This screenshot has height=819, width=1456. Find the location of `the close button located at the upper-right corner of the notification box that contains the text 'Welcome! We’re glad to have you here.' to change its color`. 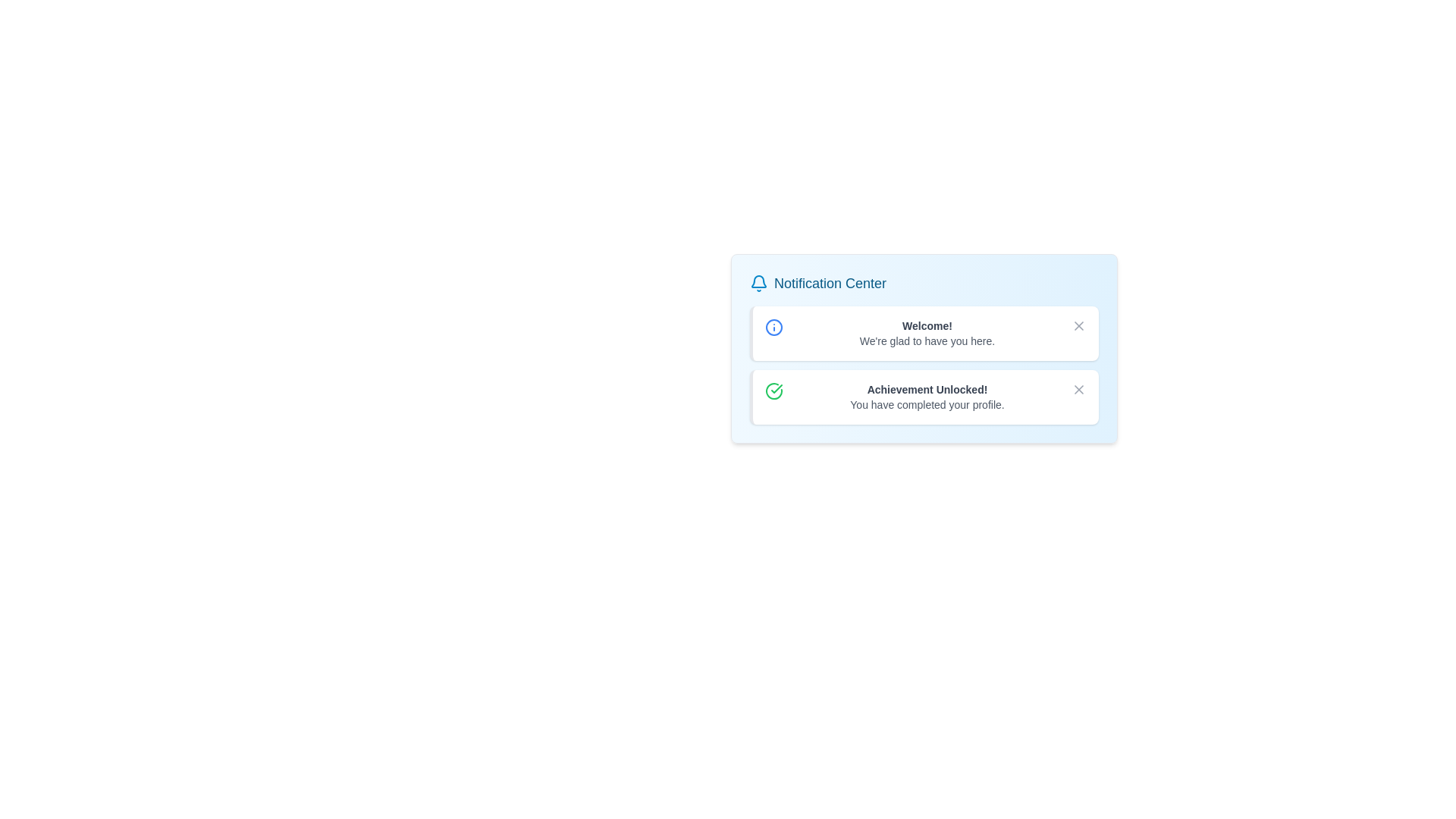

the close button located at the upper-right corner of the notification box that contains the text 'Welcome! We’re glad to have you here.' to change its color is located at coordinates (1078, 325).